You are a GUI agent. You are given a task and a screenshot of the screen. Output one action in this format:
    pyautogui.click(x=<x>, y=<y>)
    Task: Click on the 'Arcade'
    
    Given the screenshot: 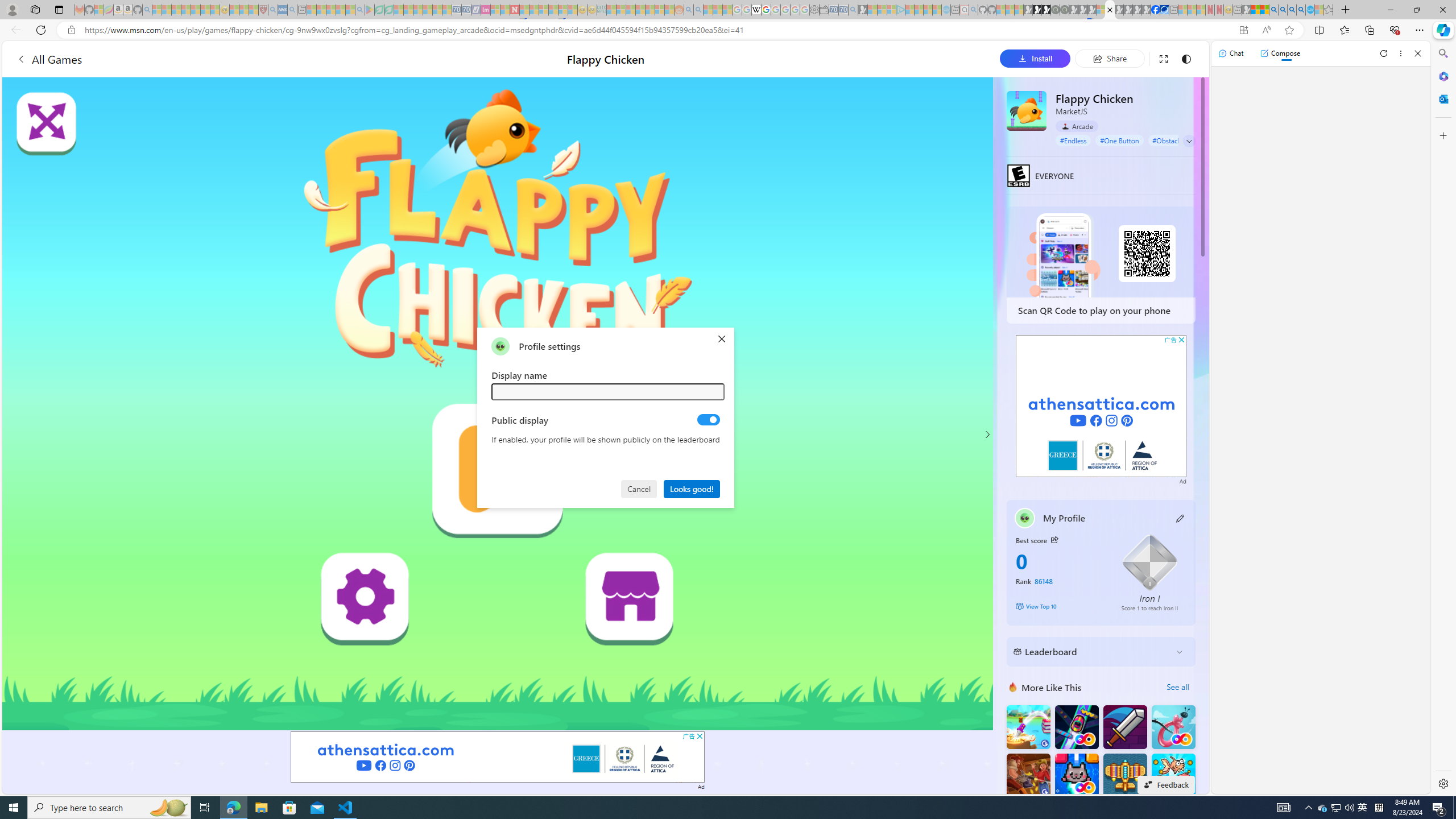 What is the action you would take?
    pyautogui.click(x=1076, y=126)
    